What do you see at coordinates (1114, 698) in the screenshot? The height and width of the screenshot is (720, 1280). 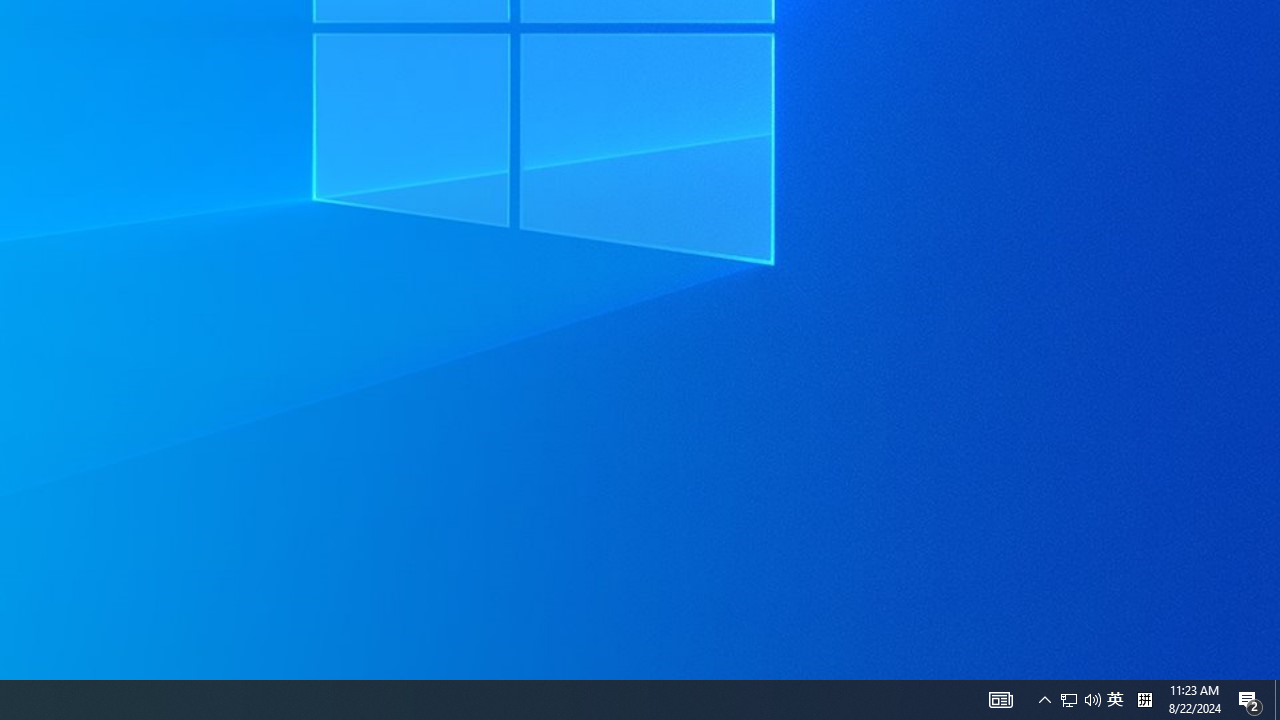 I see `'User Promoted Notification Area'` at bounding box center [1114, 698].